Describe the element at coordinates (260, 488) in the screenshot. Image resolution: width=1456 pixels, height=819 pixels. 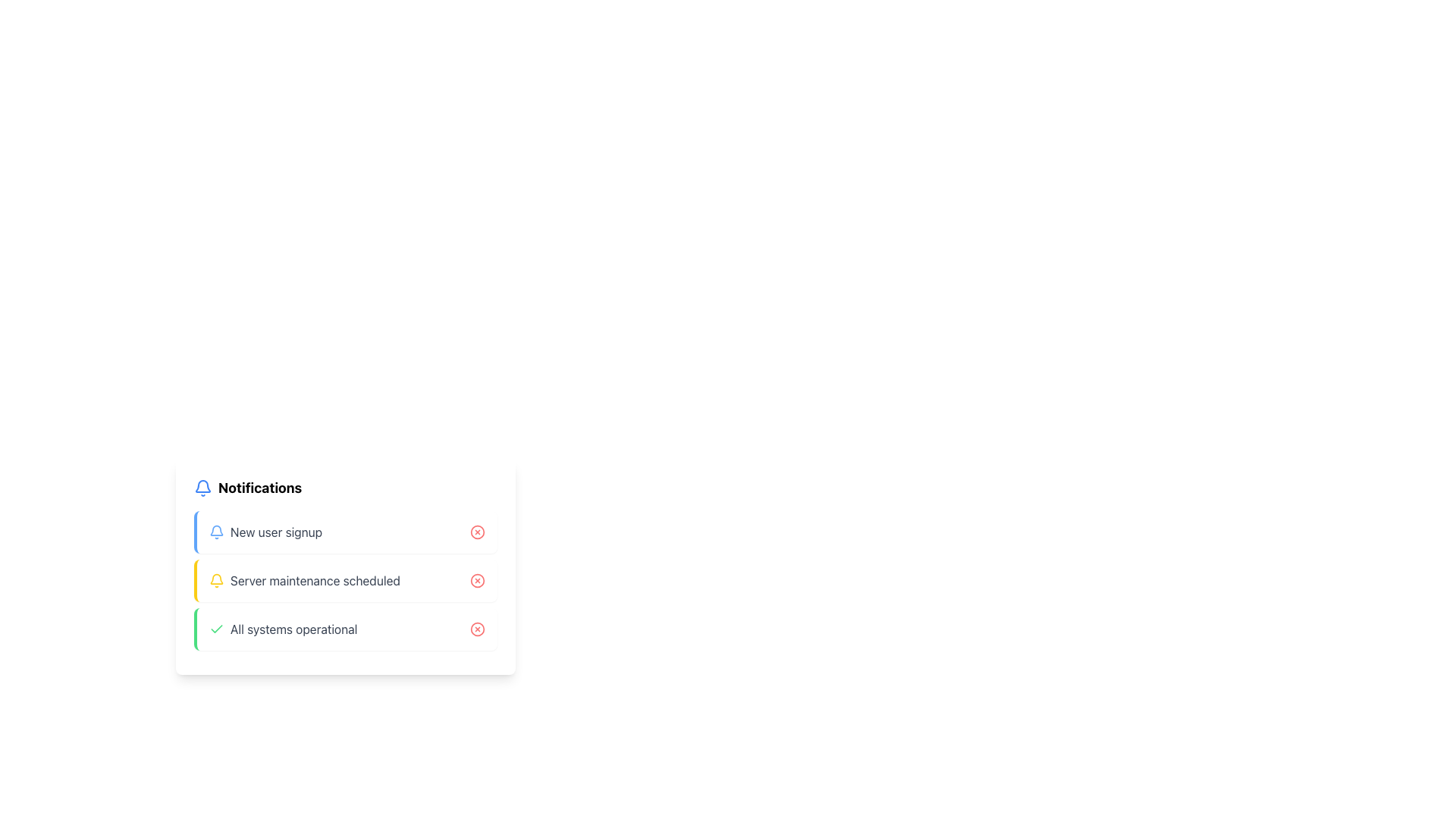
I see `the 'Notifications' text label, which is styled in bold and slightly larger font, located beside a blue notification bell icon in the notification section header` at that location.